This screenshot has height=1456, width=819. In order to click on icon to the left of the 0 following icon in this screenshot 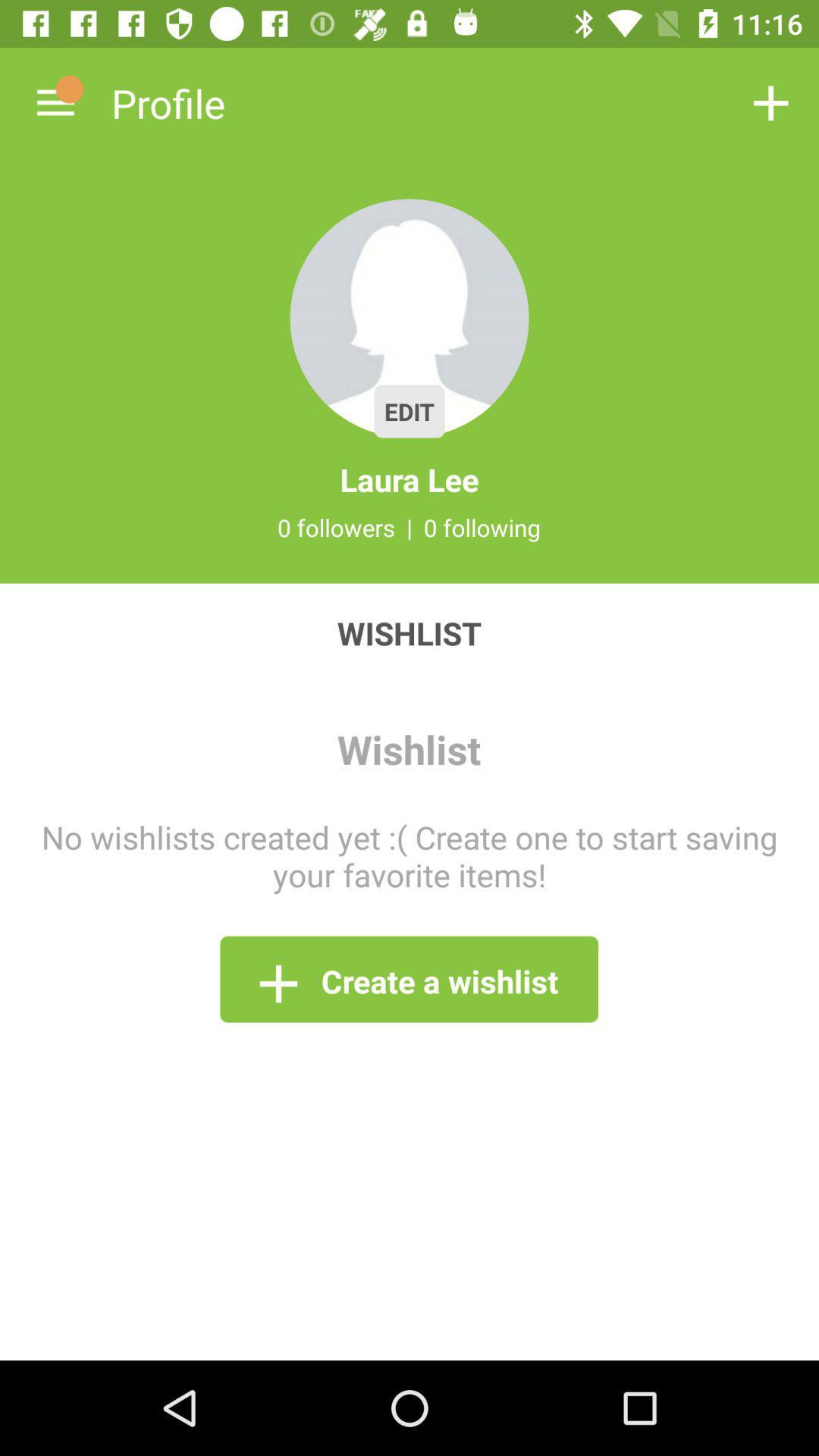, I will do `click(409, 527)`.